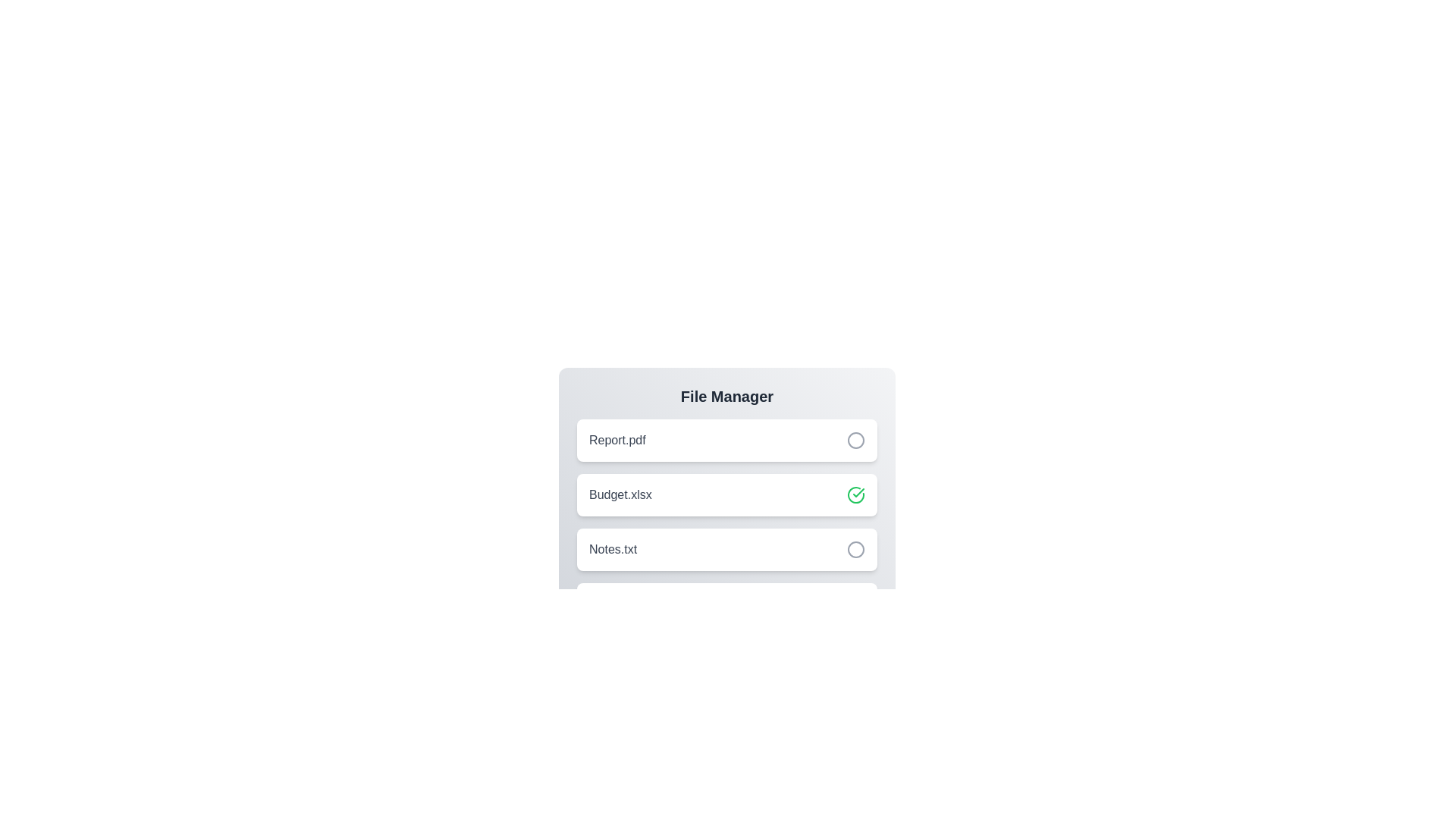 The image size is (1456, 819). Describe the element at coordinates (855, 550) in the screenshot. I see `the file item Notes.txt by clicking its associated button` at that location.